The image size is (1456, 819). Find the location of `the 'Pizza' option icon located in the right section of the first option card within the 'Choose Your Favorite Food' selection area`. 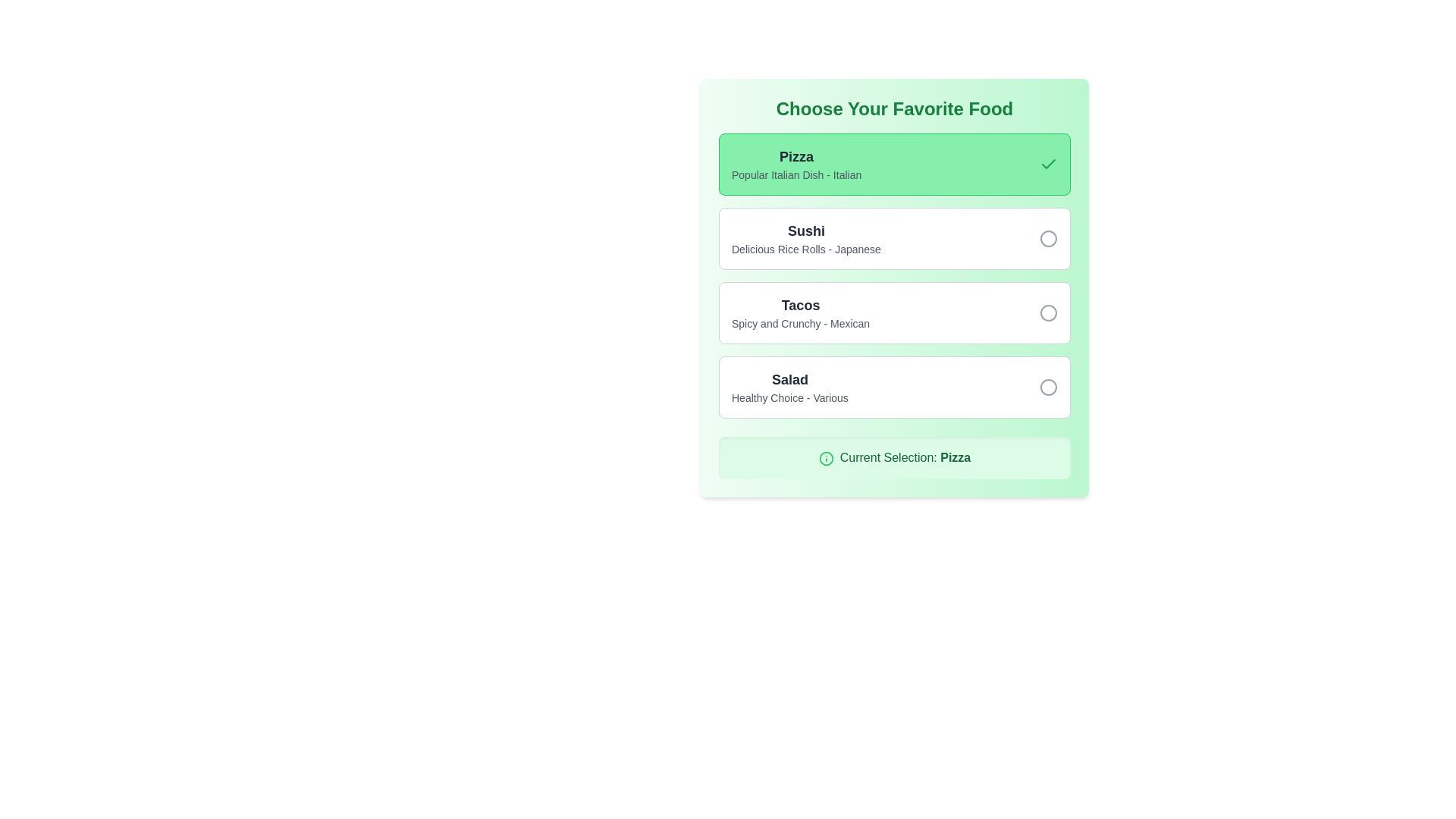

the 'Pizza' option icon located in the right section of the first option card within the 'Choose Your Favorite Food' selection area is located at coordinates (1047, 164).